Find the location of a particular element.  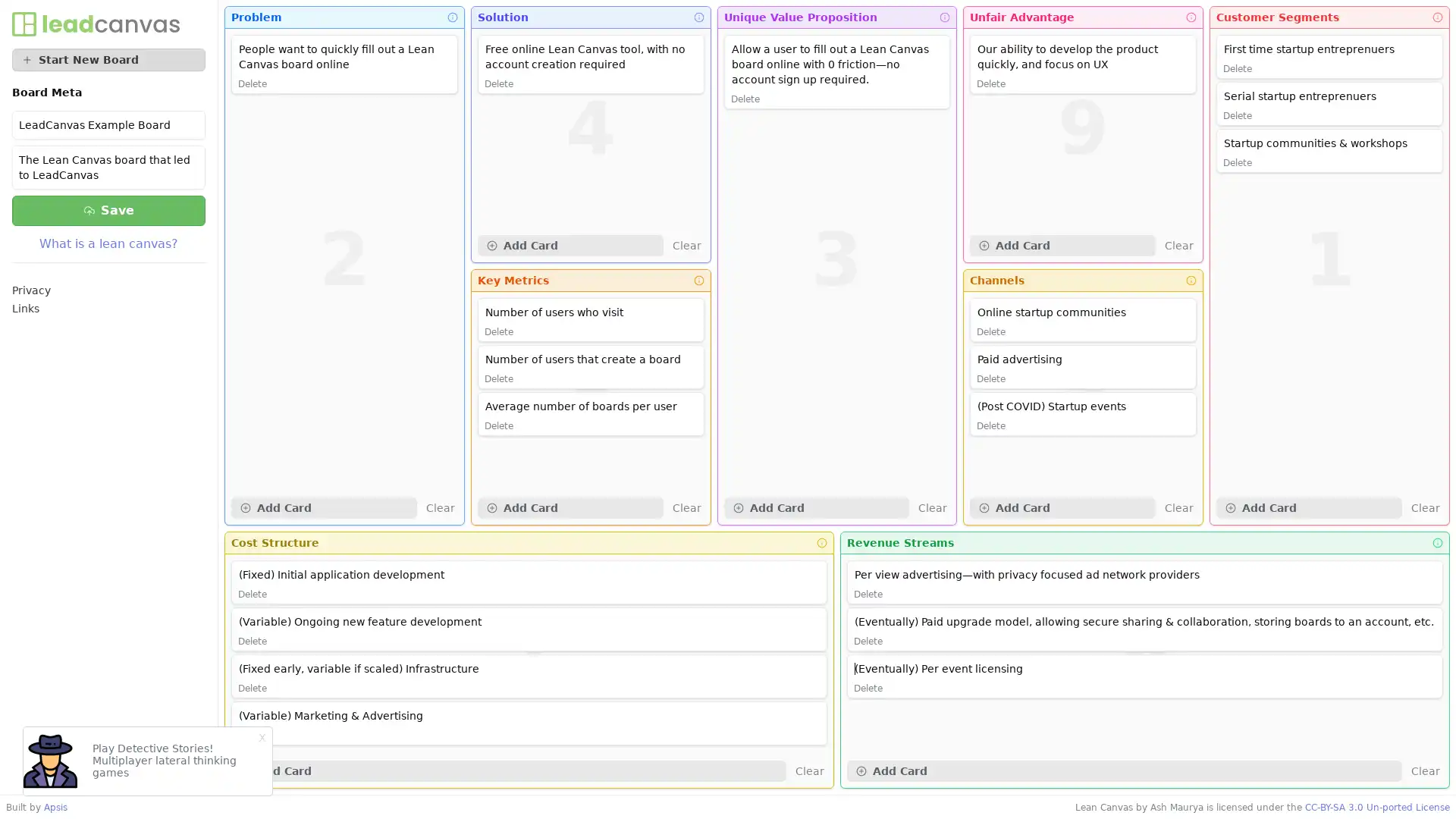

Add Card is located at coordinates (569, 244).